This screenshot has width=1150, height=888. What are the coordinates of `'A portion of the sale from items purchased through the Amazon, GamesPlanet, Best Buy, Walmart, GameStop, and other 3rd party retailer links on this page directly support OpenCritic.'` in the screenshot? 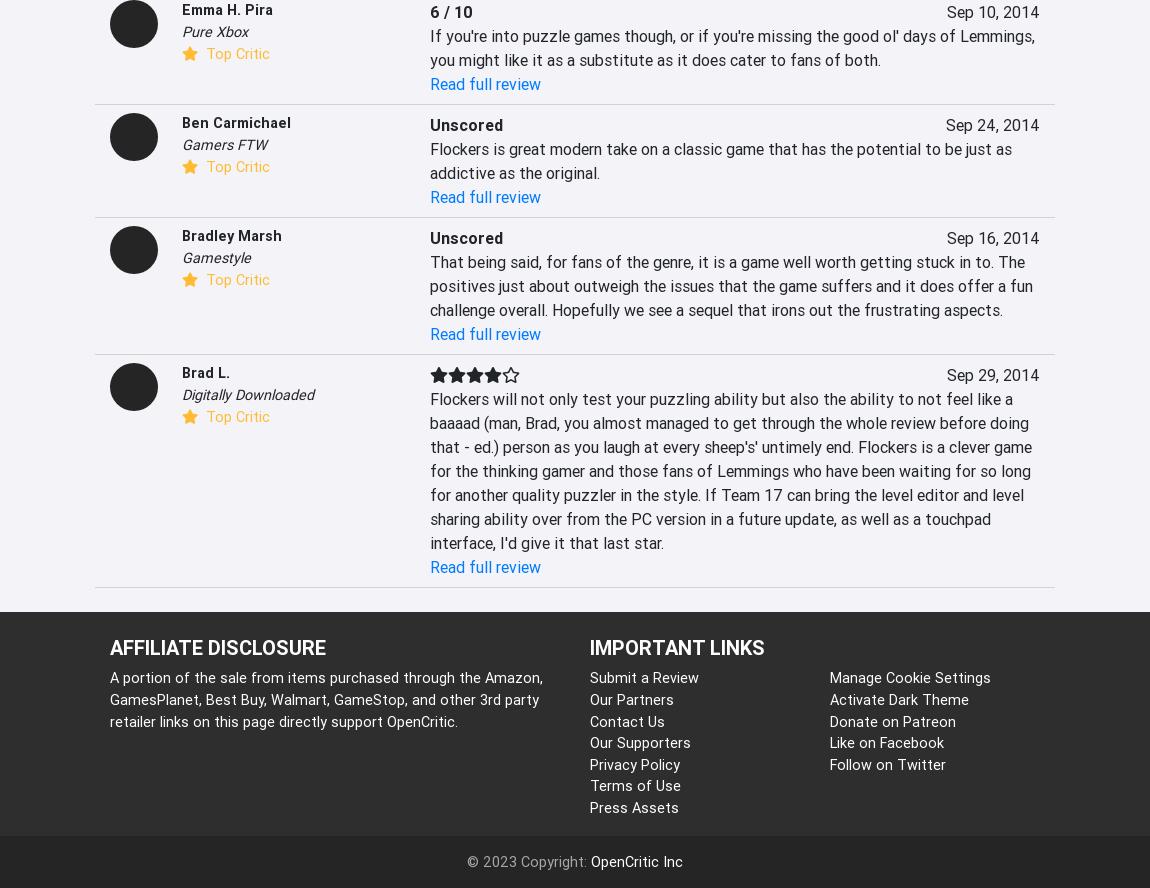 It's located at (326, 699).